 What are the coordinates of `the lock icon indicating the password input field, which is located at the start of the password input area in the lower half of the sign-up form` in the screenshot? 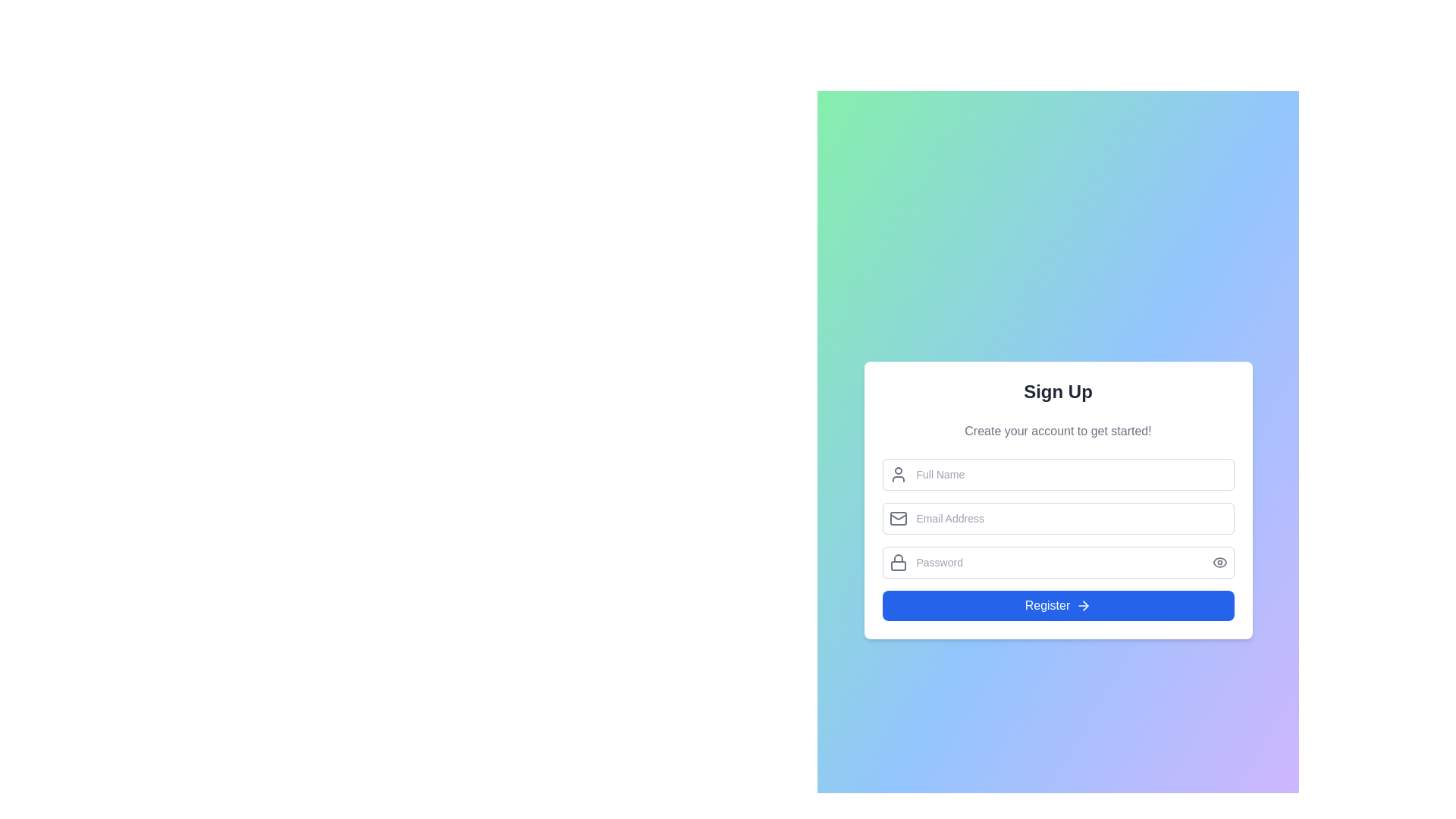 It's located at (898, 562).